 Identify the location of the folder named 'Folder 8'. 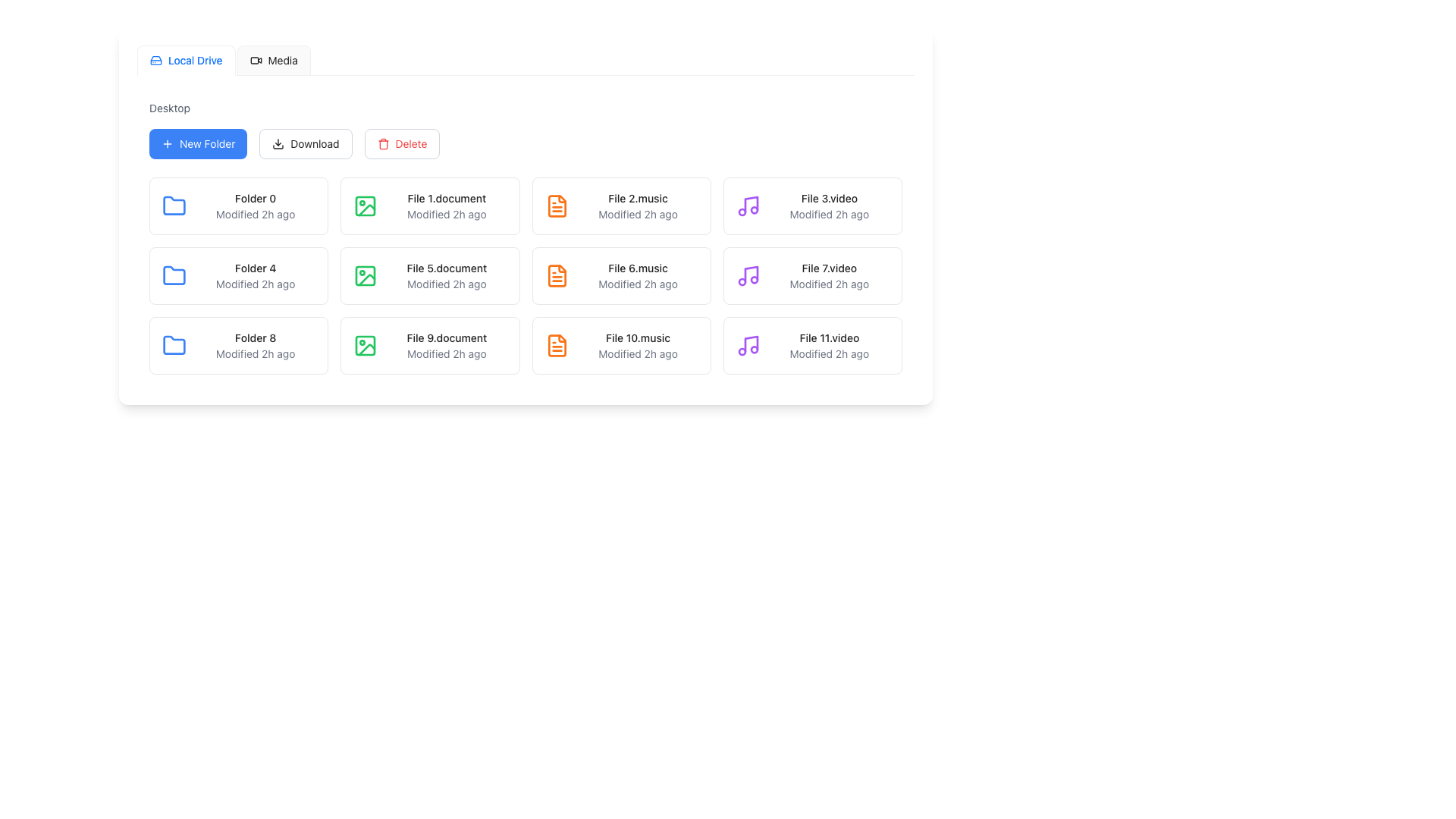
(256, 345).